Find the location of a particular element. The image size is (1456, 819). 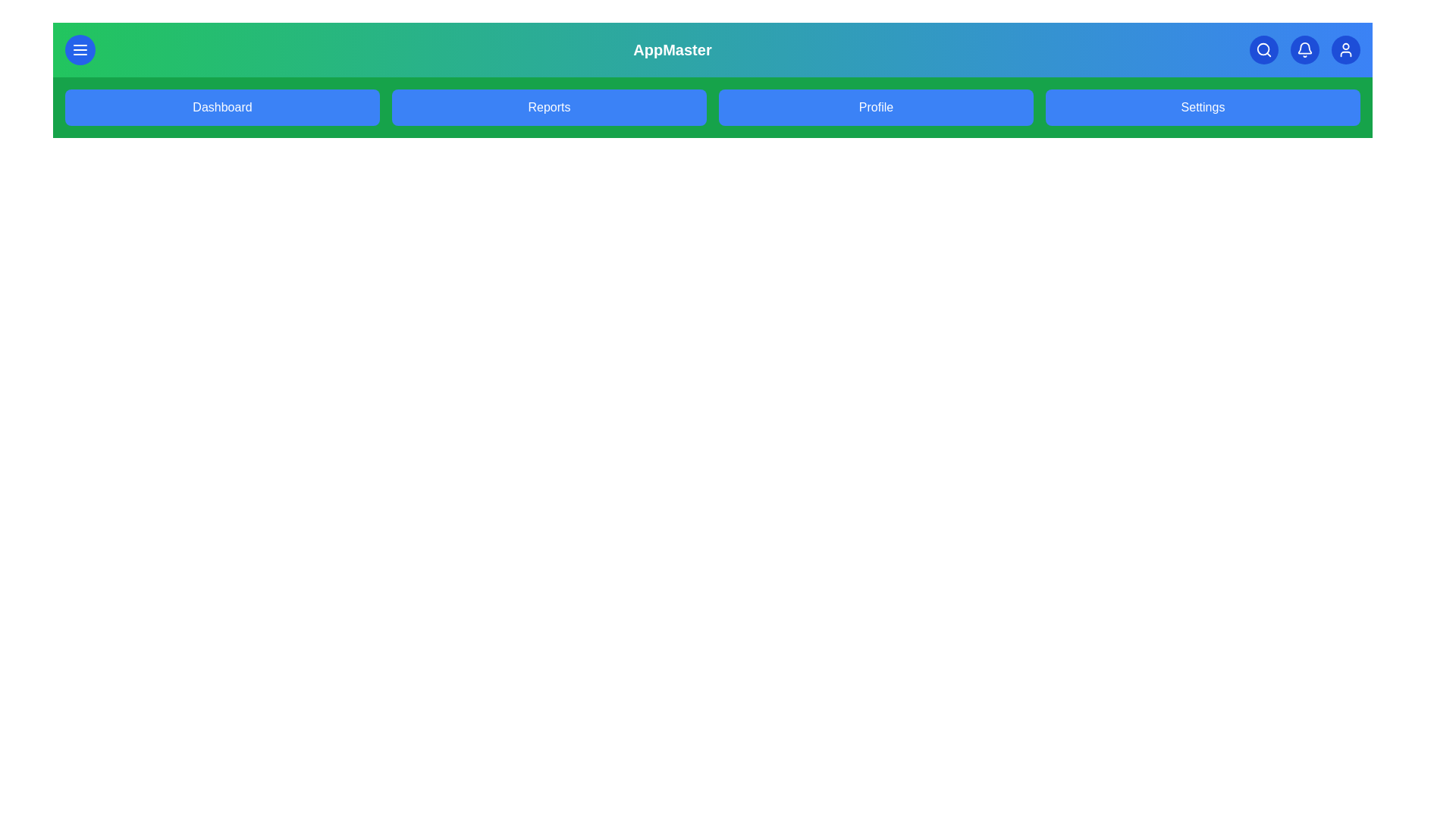

the Dashboard link in the navigation bar is located at coordinates (221, 107).